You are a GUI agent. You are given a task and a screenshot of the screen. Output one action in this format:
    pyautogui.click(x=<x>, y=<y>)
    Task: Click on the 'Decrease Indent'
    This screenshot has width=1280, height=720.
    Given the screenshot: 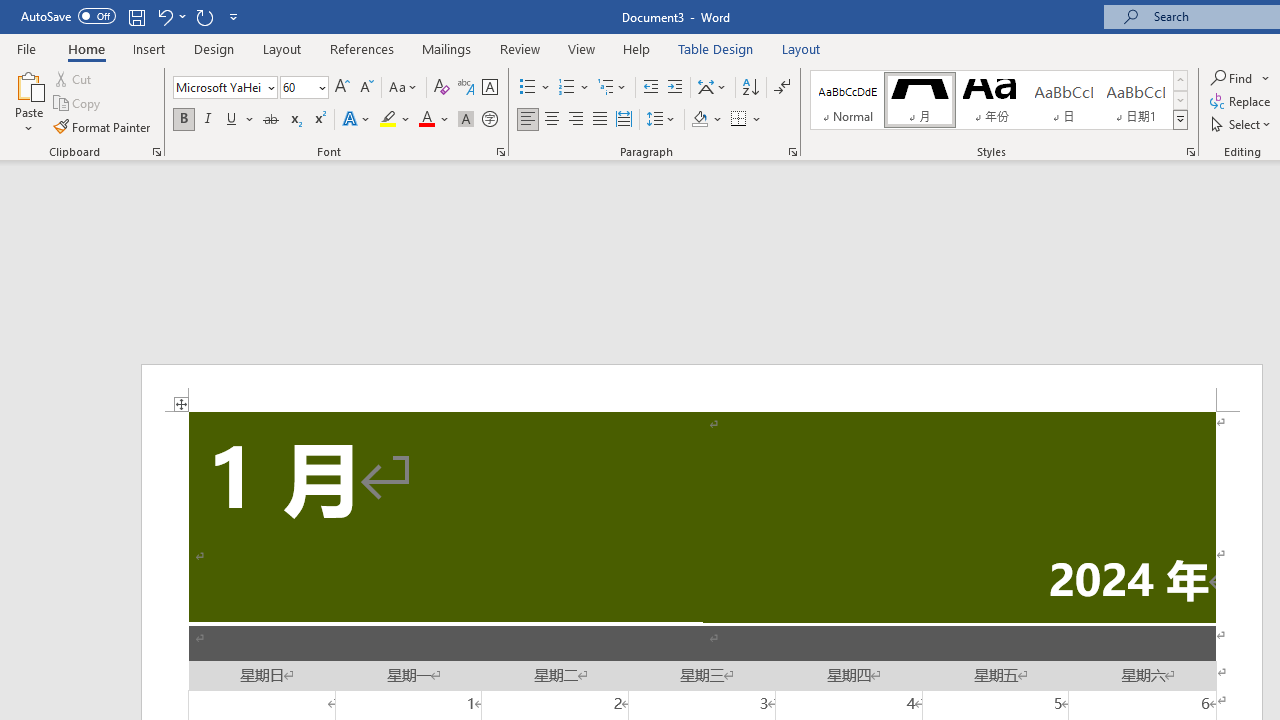 What is the action you would take?
    pyautogui.click(x=650, y=86)
    